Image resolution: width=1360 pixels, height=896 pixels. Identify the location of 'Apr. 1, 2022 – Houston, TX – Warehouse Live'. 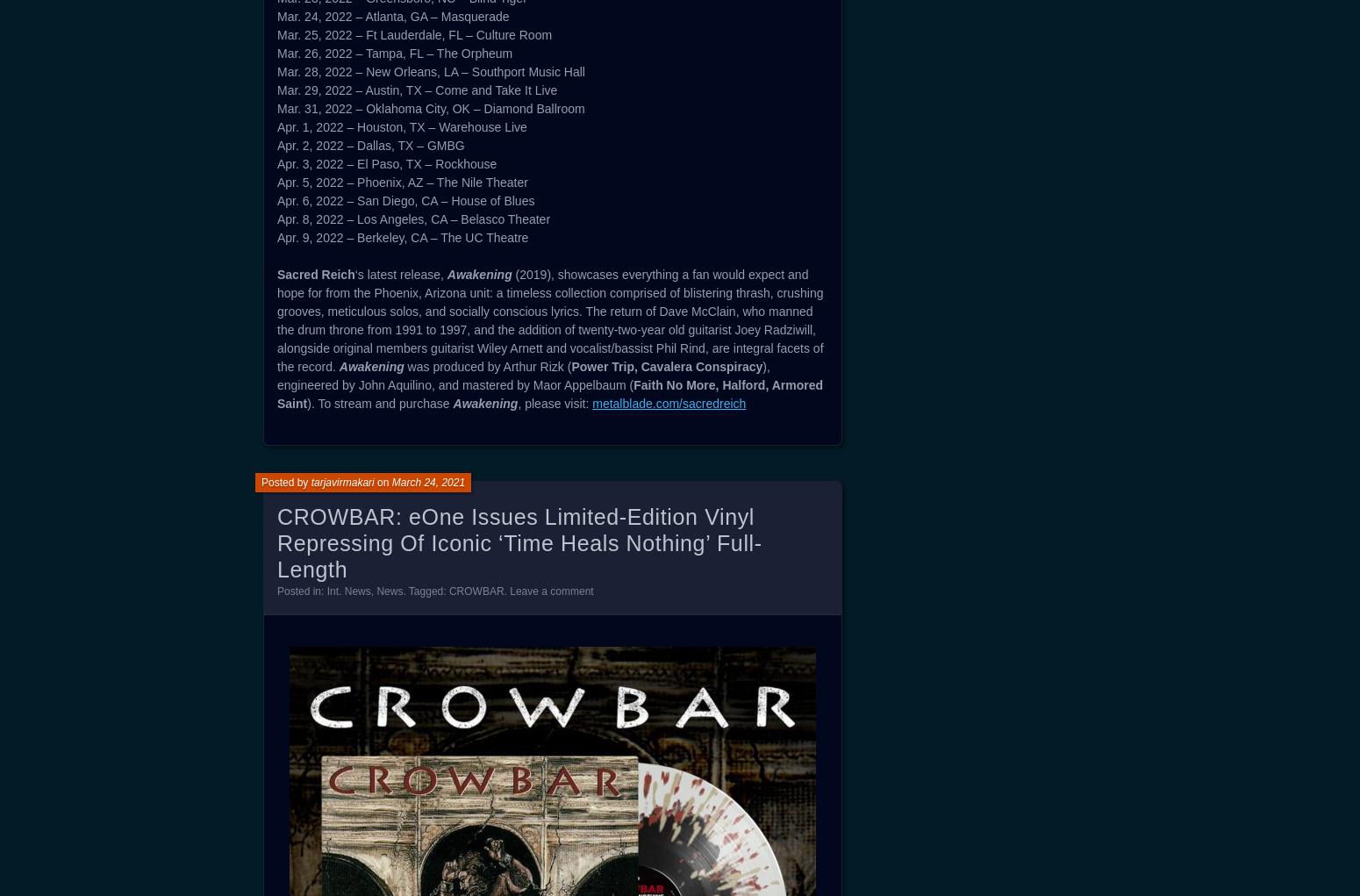
(276, 126).